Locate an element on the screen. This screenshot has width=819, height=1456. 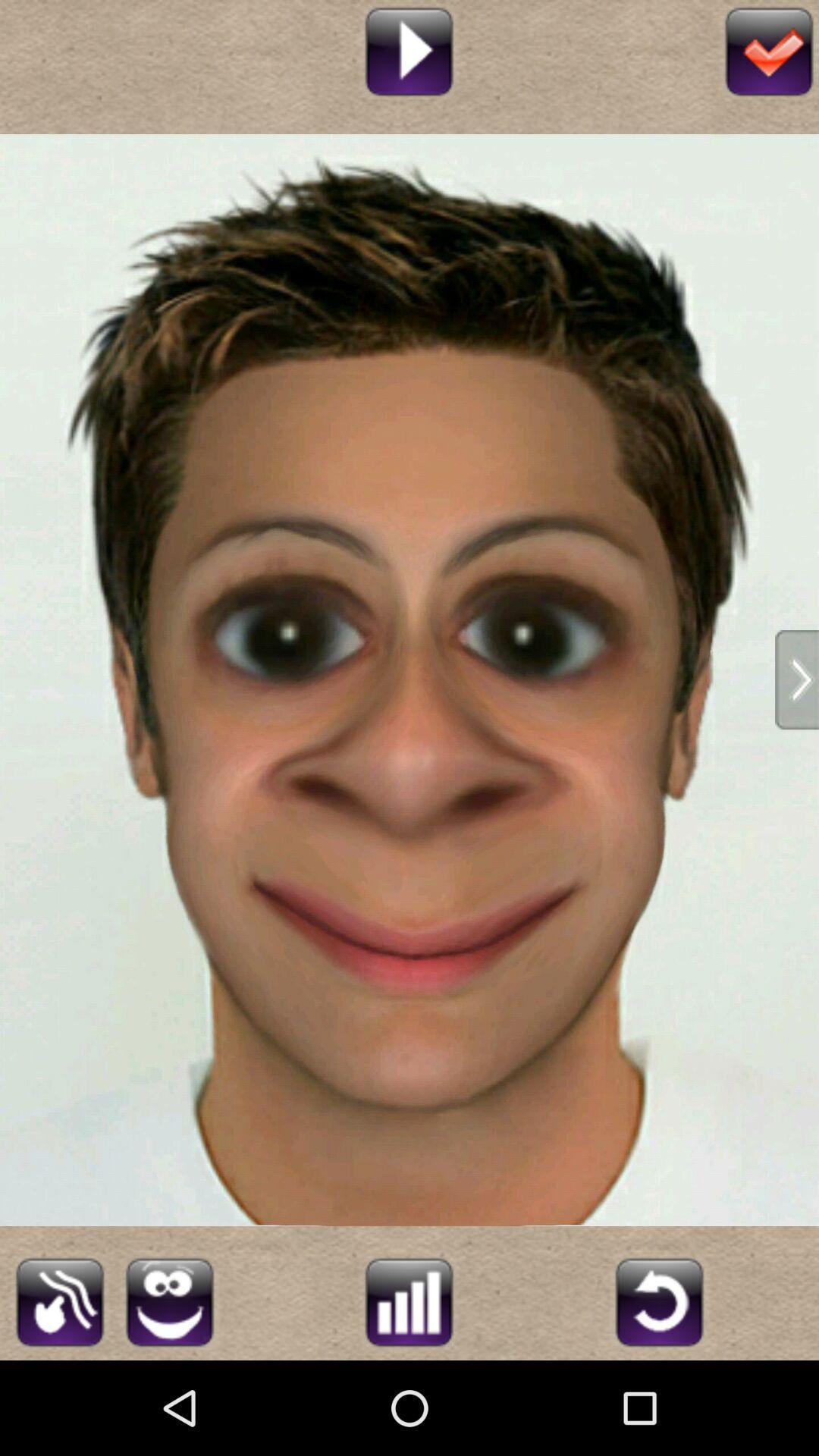
the item on the right is located at coordinates (796, 679).